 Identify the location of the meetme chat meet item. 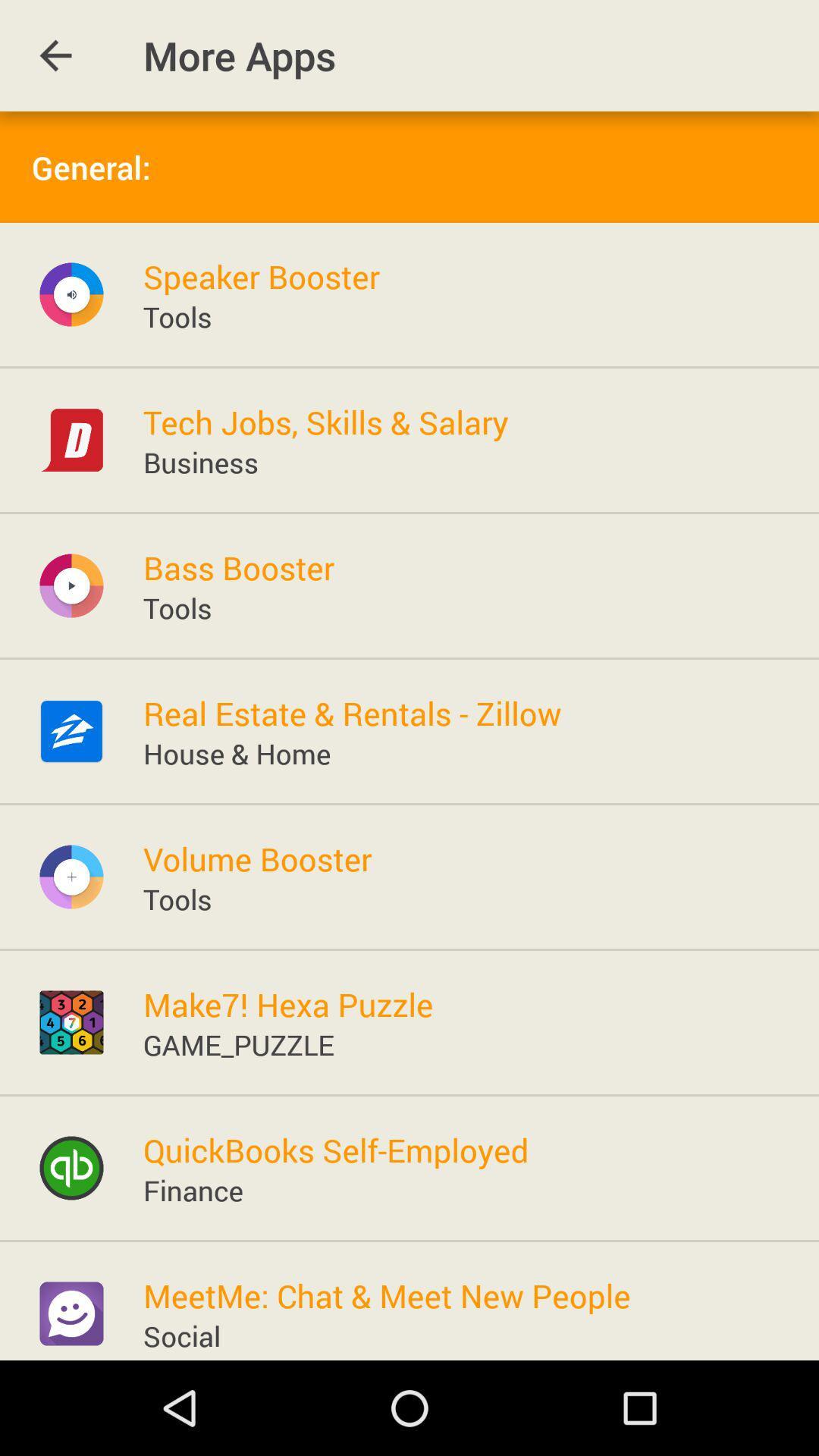
(386, 1294).